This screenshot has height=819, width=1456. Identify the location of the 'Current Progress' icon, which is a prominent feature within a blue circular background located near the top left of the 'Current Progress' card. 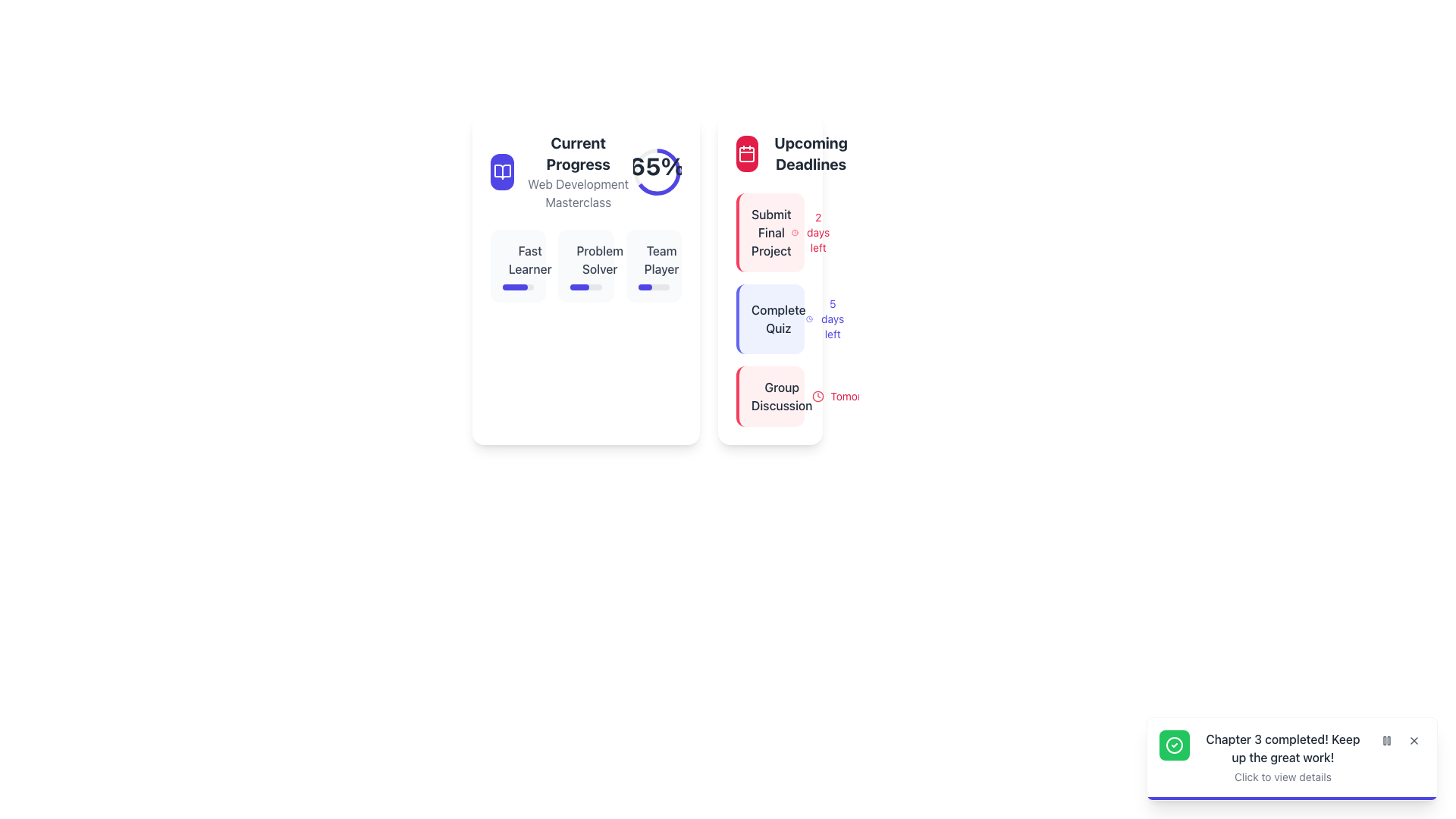
(502, 171).